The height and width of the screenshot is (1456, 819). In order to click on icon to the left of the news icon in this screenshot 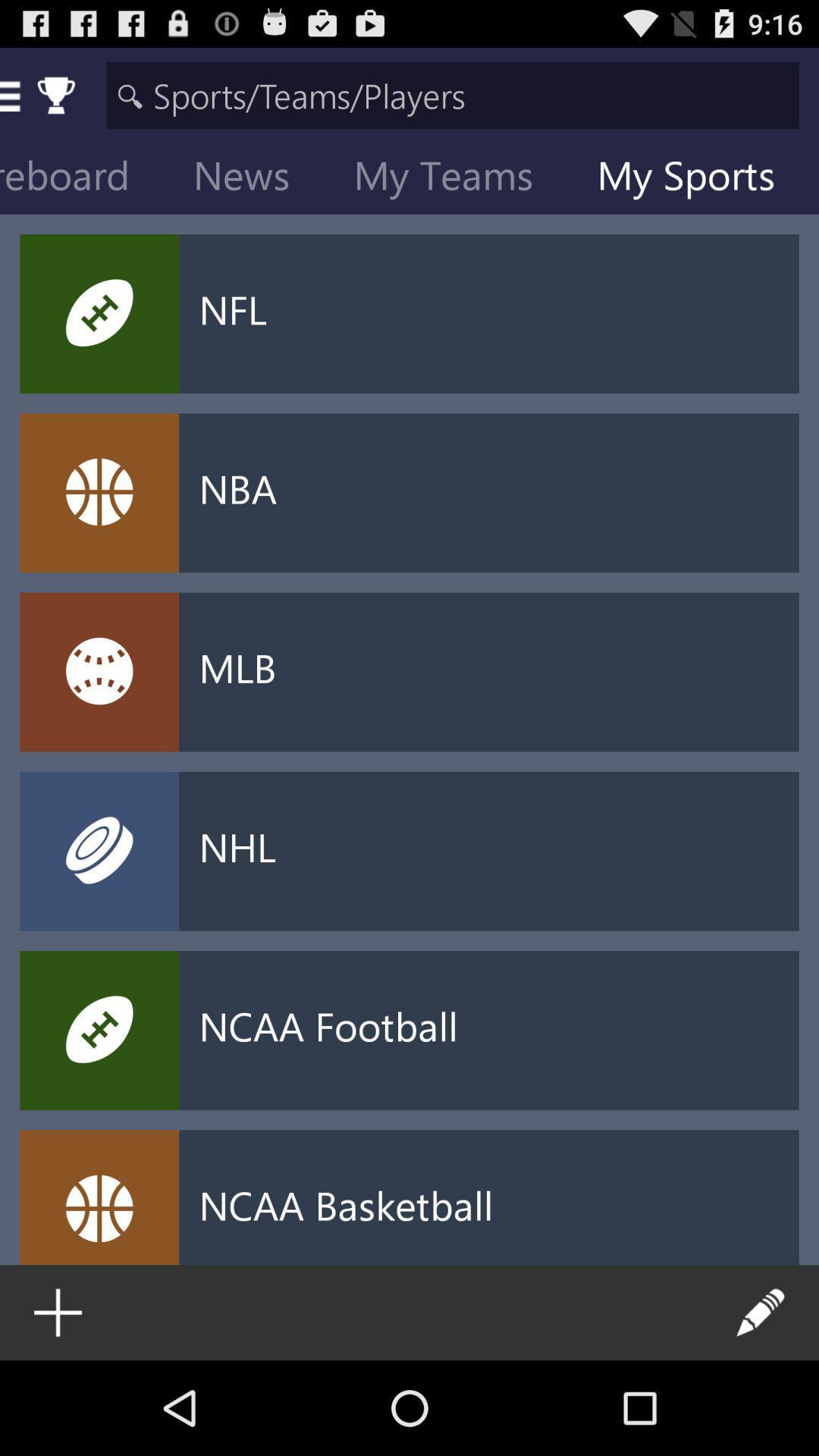, I will do `click(86, 178)`.